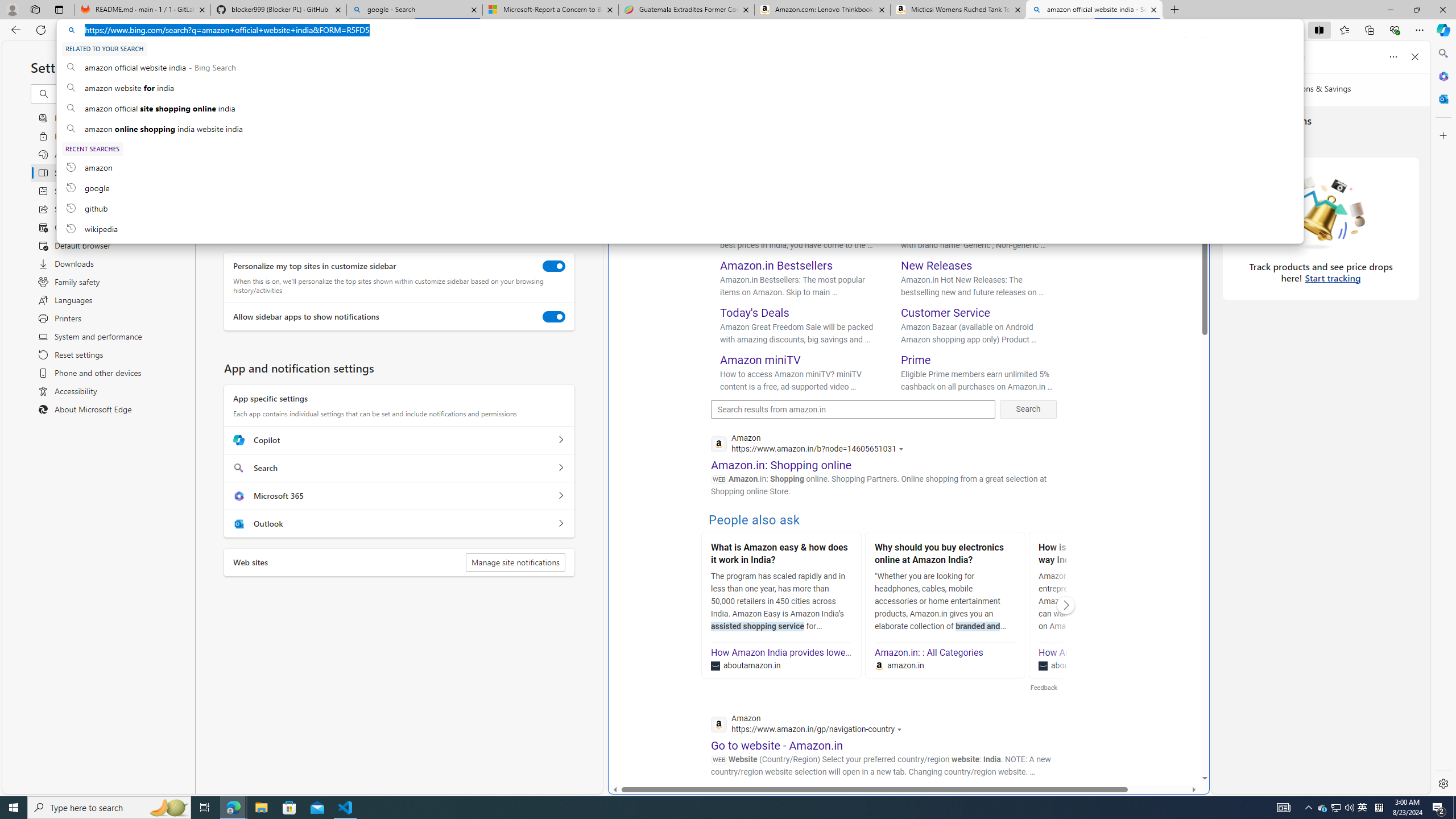 Image resolution: width=1456 pixels, height=819 pixels. Describe the element at coordinates (945, 312) in the screenshot. I see `'Customer Service'` at that location.